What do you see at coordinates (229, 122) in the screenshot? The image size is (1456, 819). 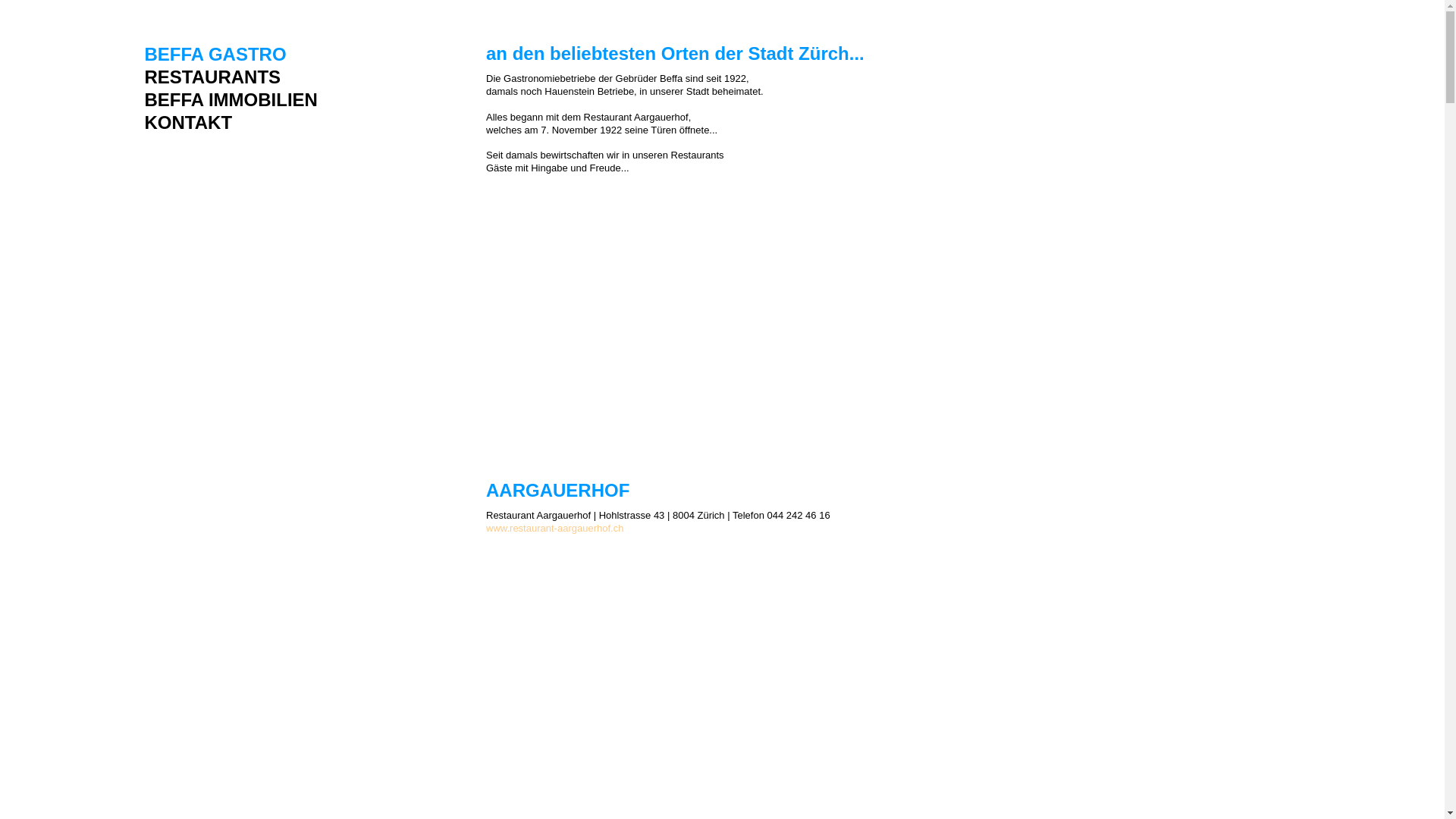 I see `'KONTAKT'` at bounding box center [229, 122].